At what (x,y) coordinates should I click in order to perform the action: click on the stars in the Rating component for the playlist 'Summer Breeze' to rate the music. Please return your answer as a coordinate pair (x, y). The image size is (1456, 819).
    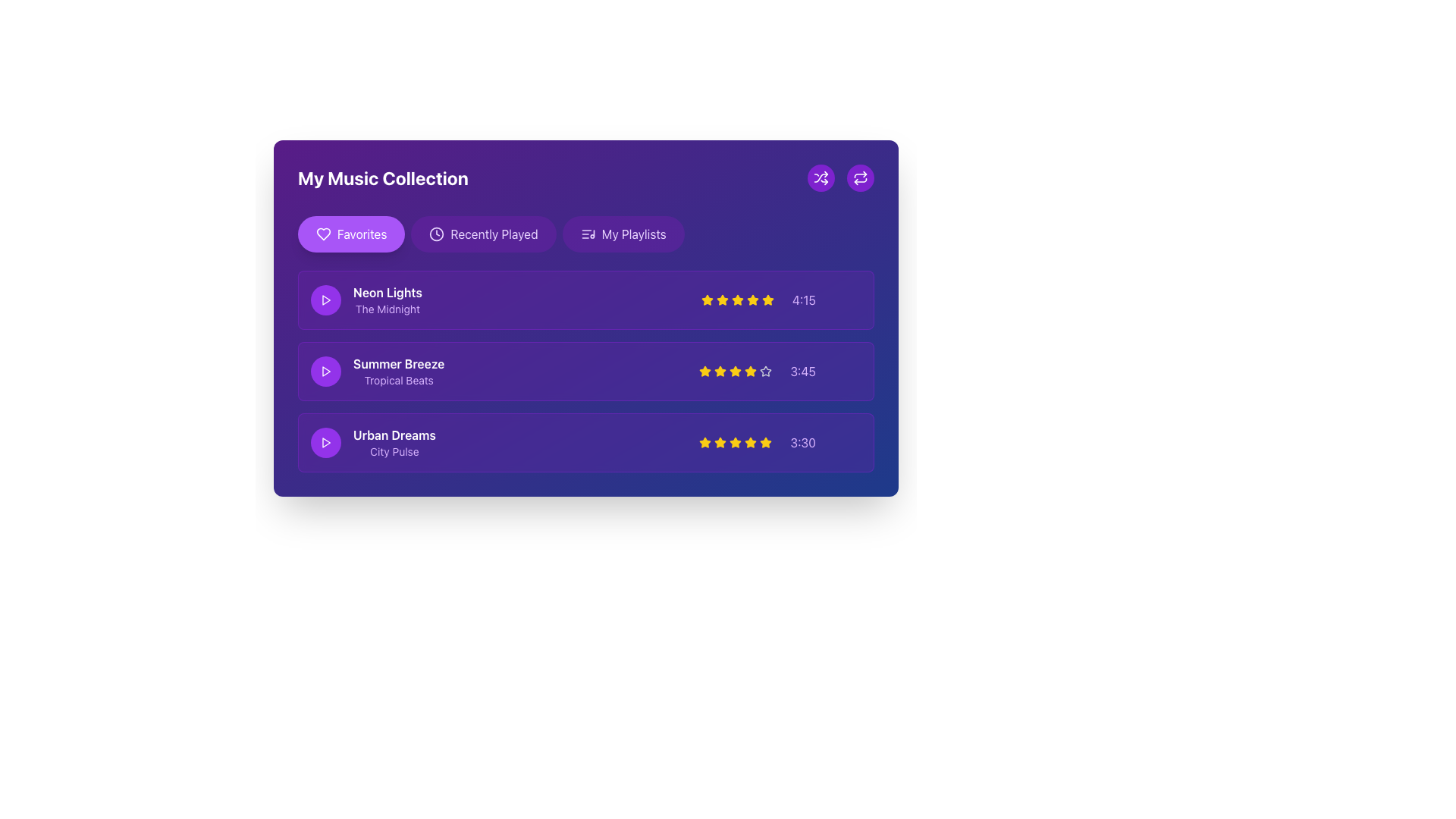
    Looking at the image, I should click on (780, 371).